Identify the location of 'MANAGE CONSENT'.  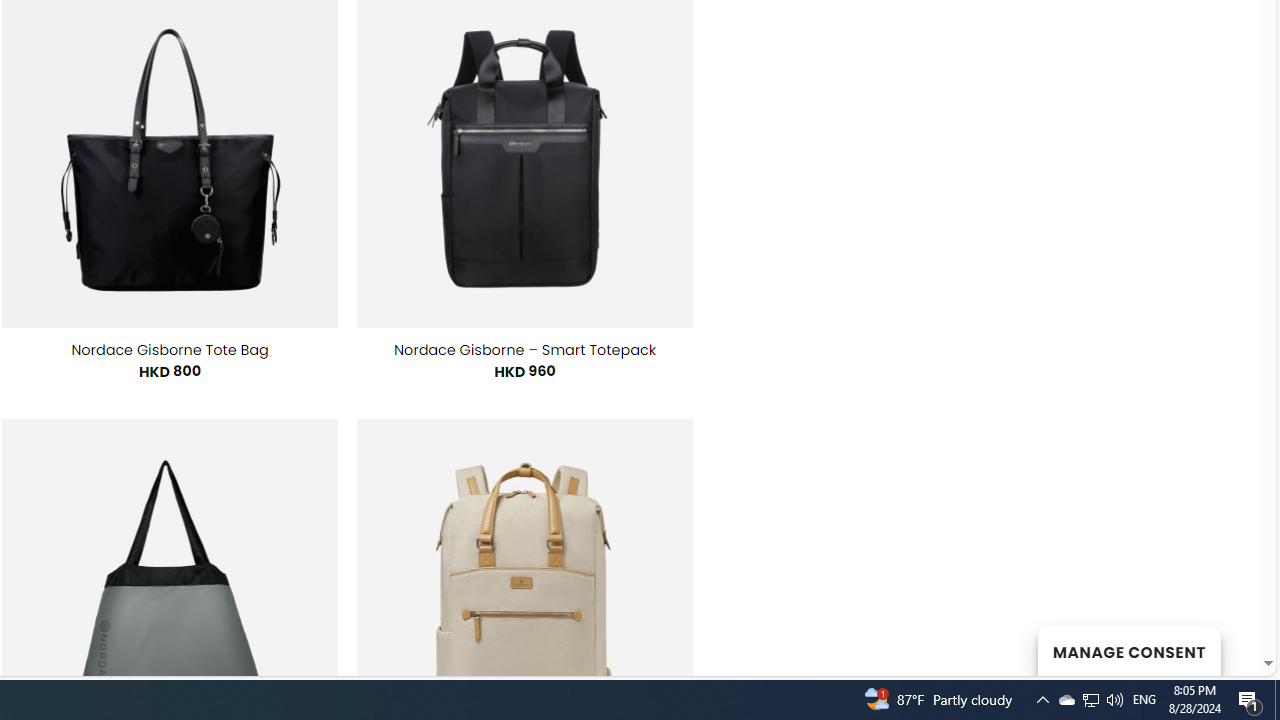
(1128, 650).